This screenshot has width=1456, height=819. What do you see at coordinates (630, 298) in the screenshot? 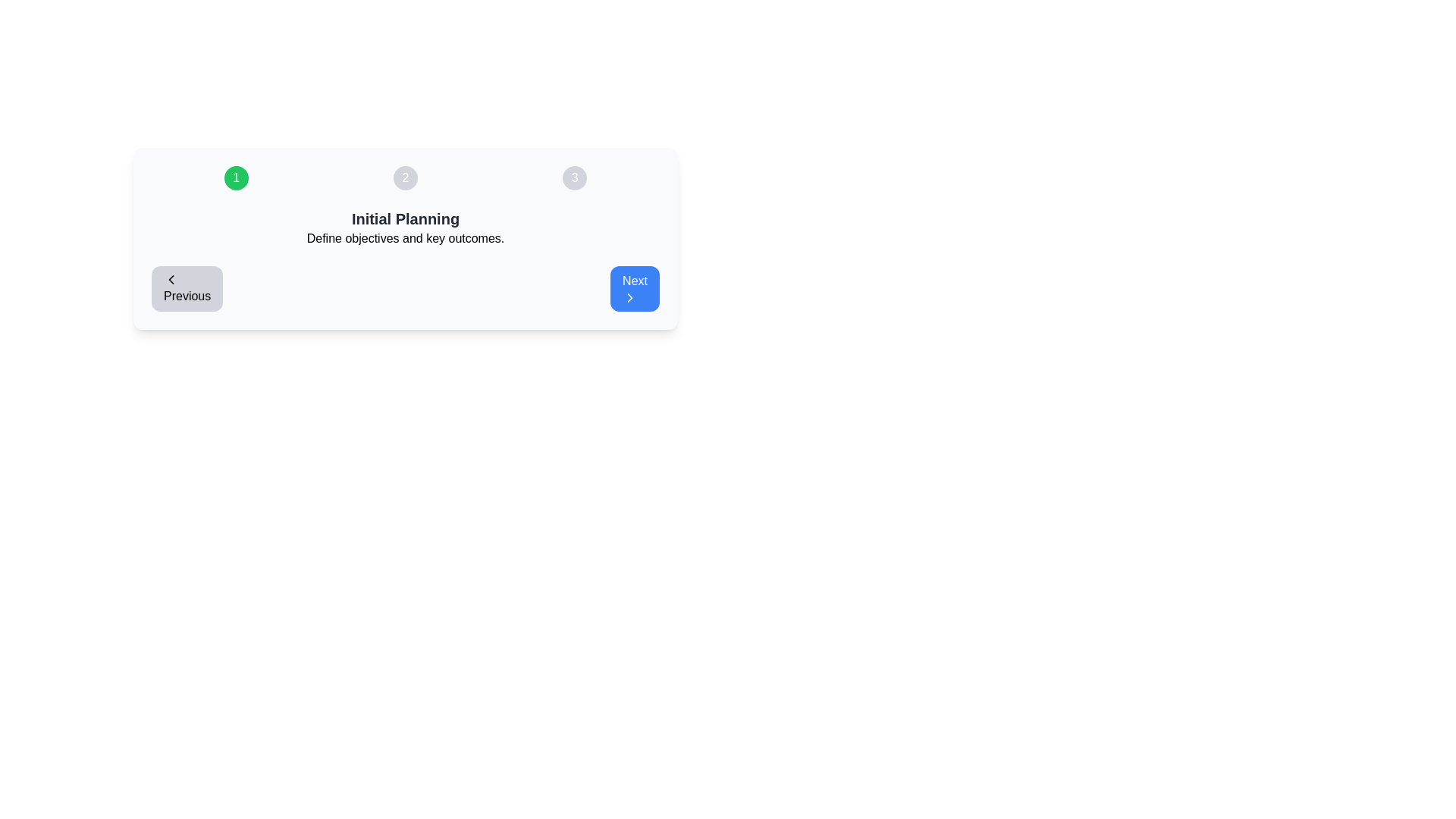
I see `the rightward chevron icon located inside the 'Next' button at the bottom-right corner of the main frame` at bounding box center [630, 298].